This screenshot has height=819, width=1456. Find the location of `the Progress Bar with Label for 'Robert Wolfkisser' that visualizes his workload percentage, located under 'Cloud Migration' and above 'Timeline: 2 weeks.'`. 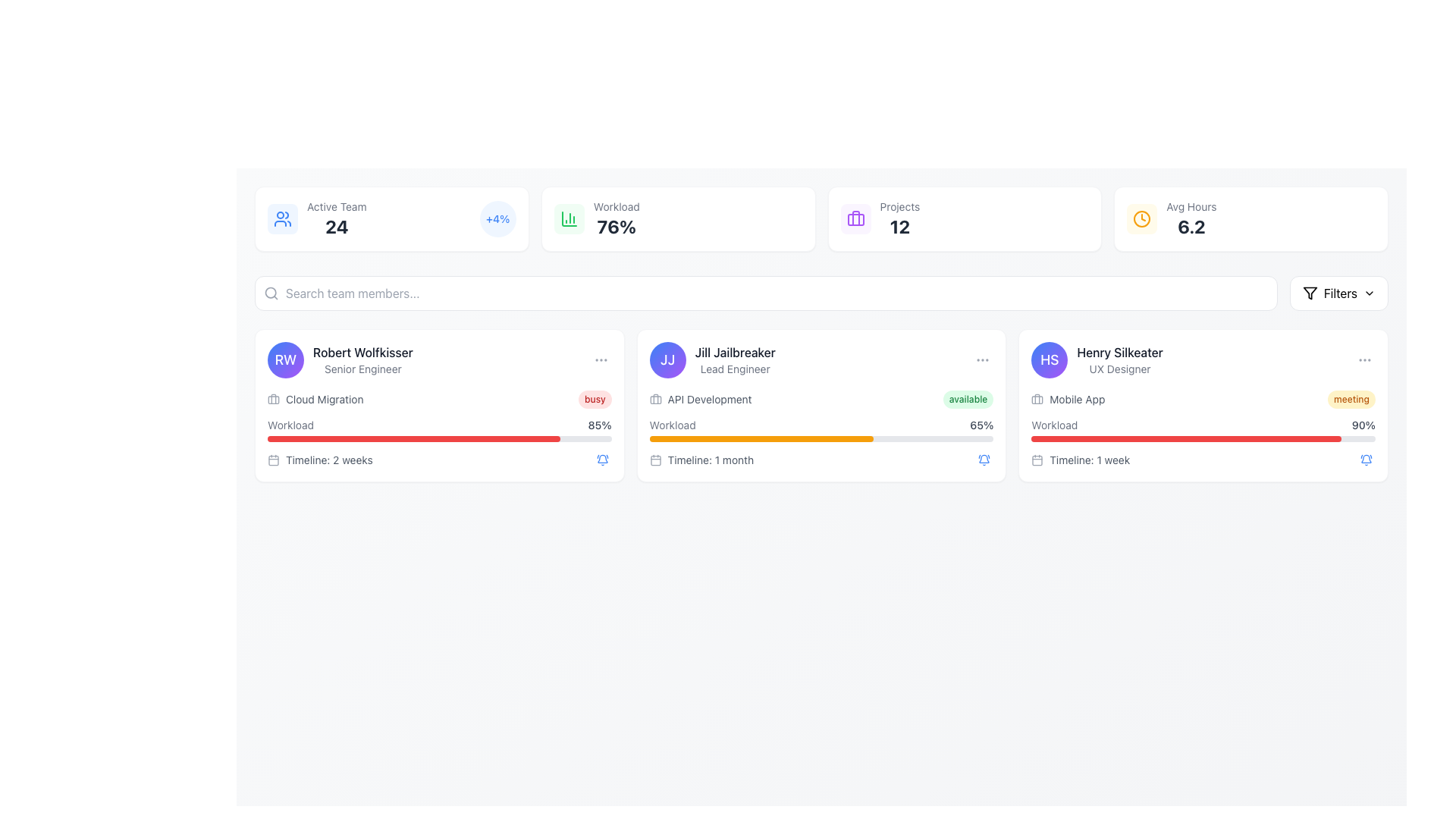

the Progress Bar with Label for 'Robert Wolfkisser' that visualizes his workload percentage, located under 'Cloud Migration' and above 'Timeline: 2 weeks.' is located at coordinates (438, 430).